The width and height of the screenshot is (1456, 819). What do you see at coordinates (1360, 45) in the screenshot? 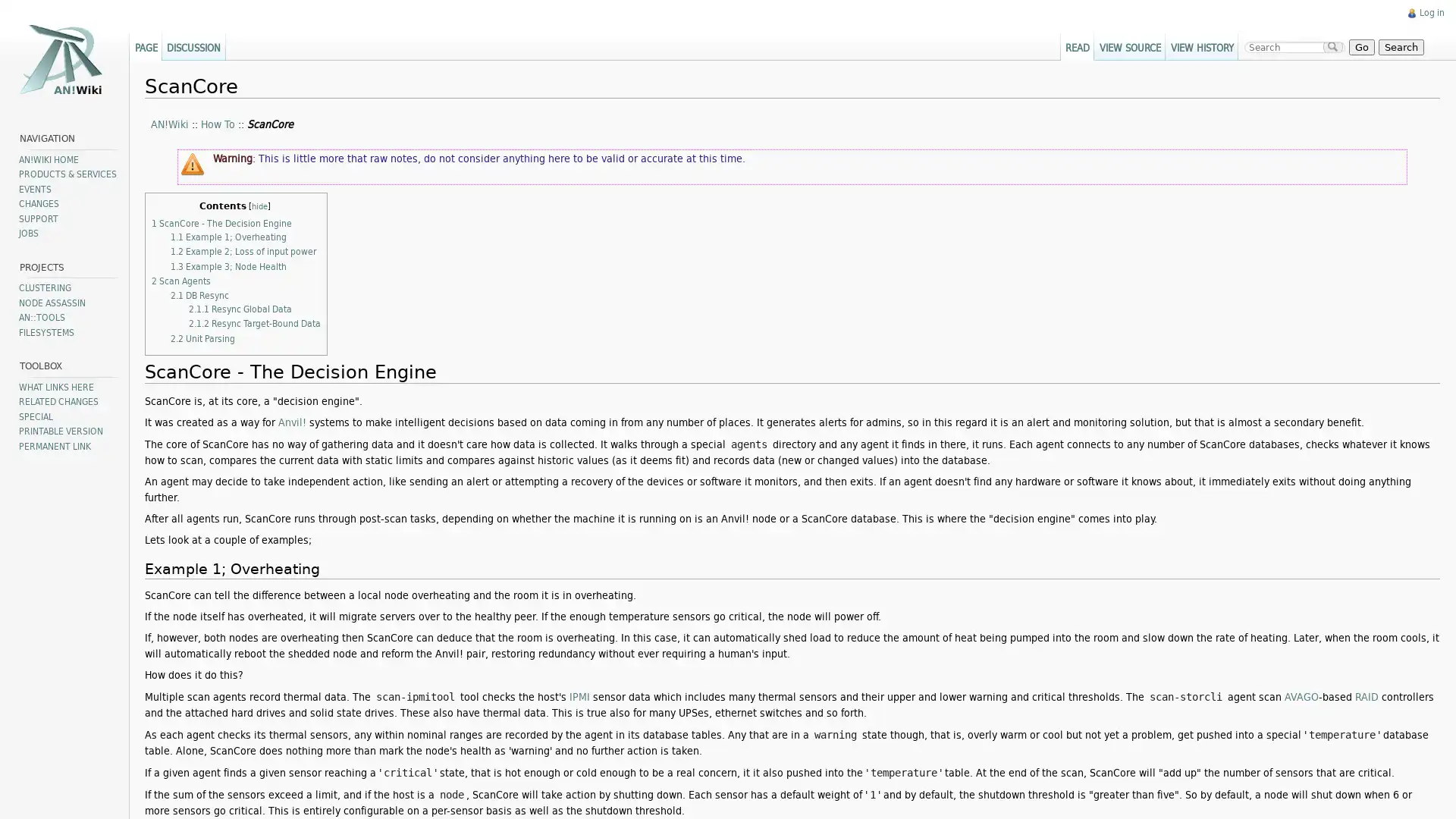
I see `Go` at bounding box center [1360, 45].